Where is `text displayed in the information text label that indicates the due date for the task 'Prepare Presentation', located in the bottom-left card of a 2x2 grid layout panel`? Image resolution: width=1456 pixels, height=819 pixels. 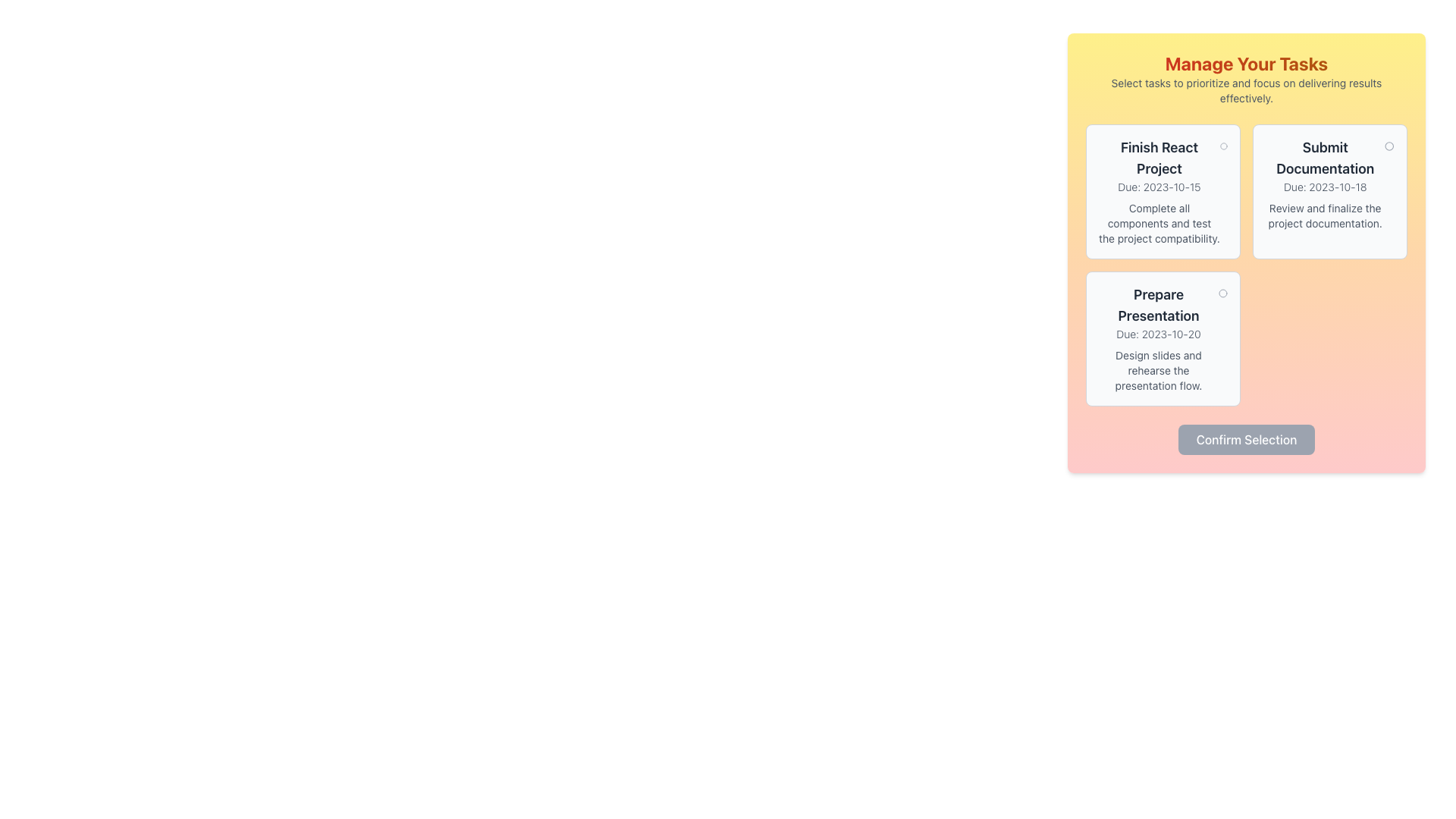 text displayed in the information text label that indicates the due date for the task 'Prepare Presentation', located in the bottom-left card of a 2x2 grid layout panel is located at coordinates (1157, 333).